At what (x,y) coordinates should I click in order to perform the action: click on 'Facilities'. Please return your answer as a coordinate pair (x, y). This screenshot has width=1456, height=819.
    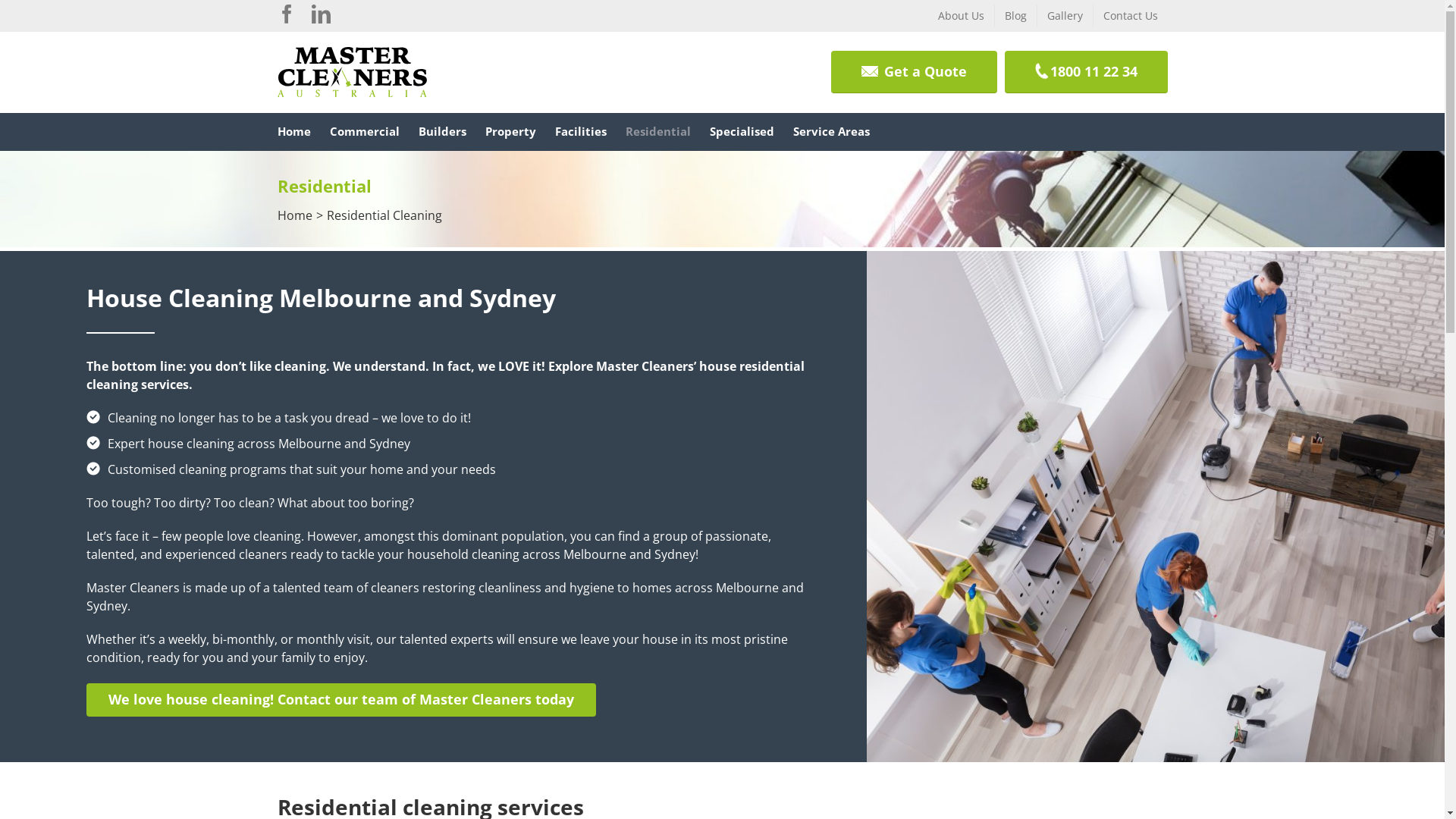
    Looking at the image, I should click on (580, 130).